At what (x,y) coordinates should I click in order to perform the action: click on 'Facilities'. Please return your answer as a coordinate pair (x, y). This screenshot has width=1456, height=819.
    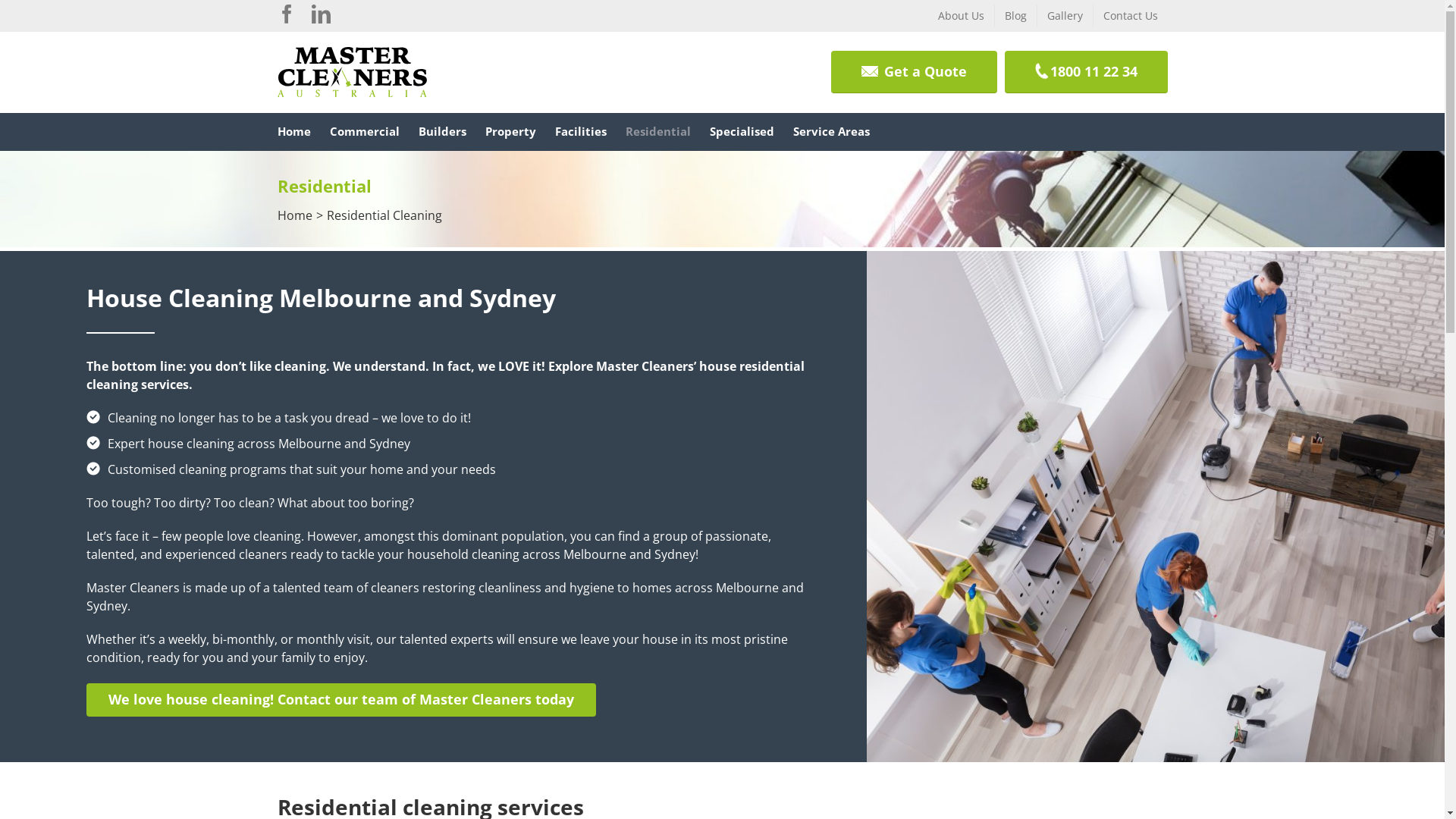
    Looking at the image, I should click on (580, 130).